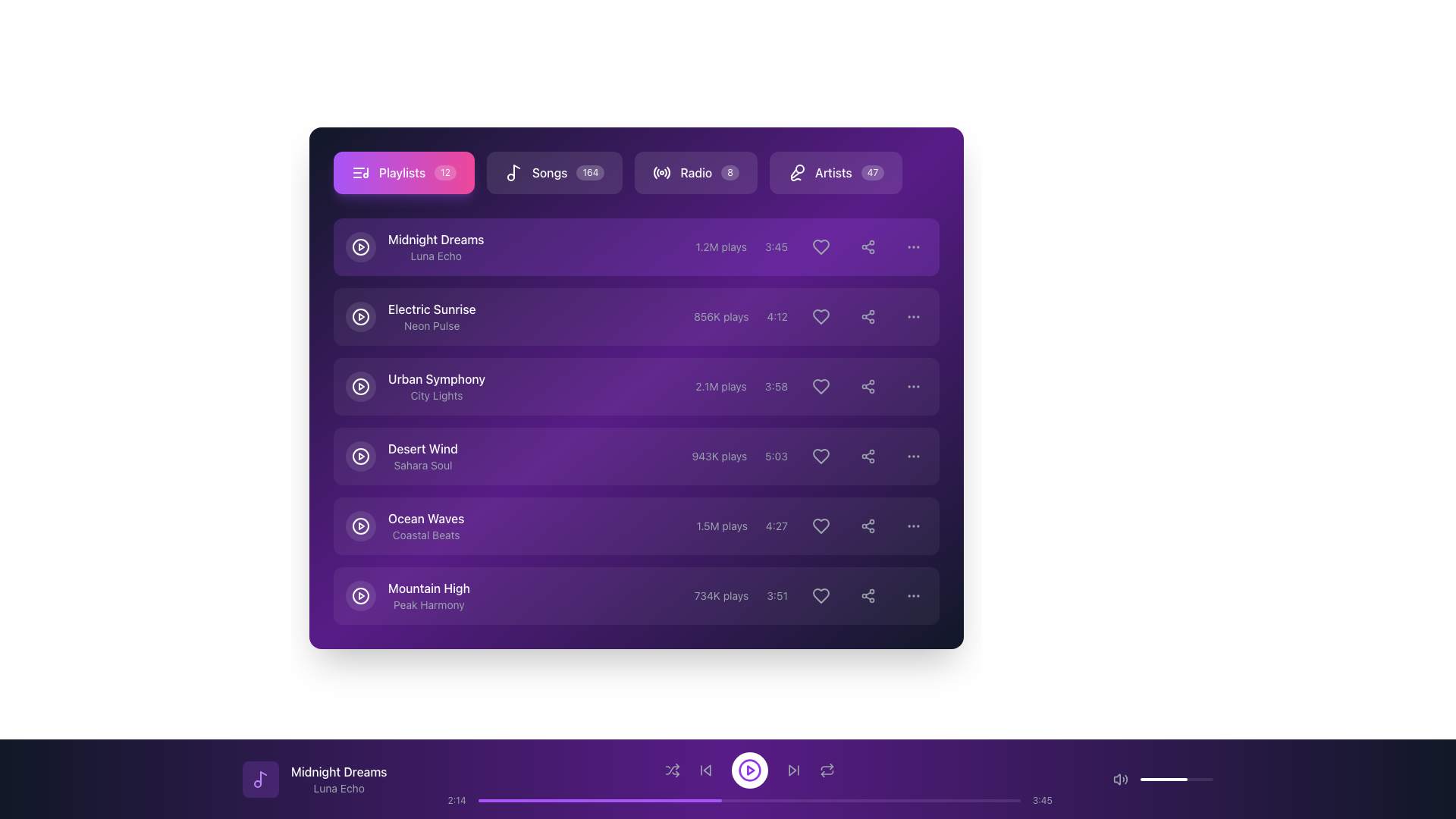  What do you see at coordinates (662, 800) in the screenshot?
I see `playback time` at bounding box center [662, 800].